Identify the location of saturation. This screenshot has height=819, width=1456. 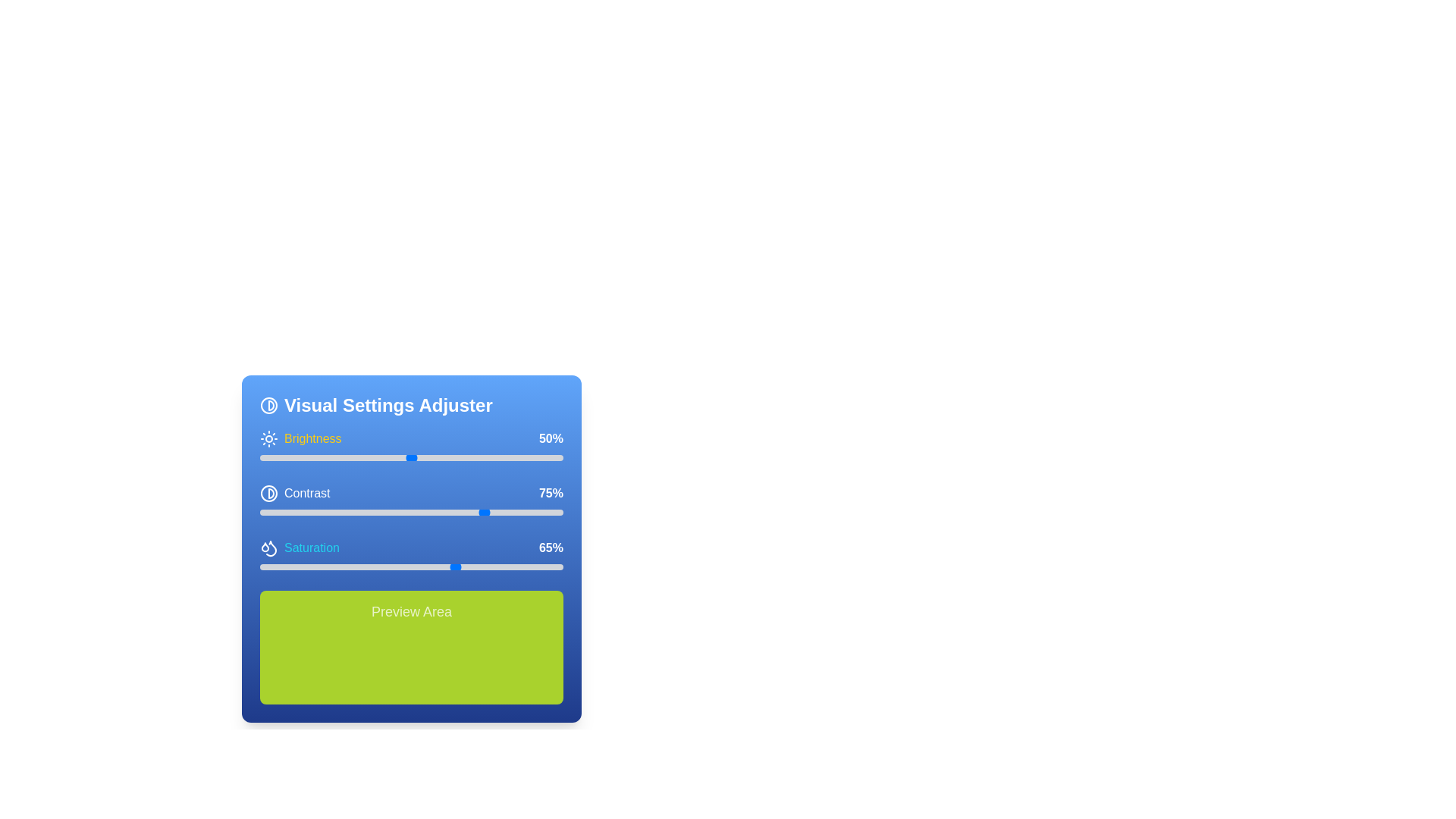
(313, 567).